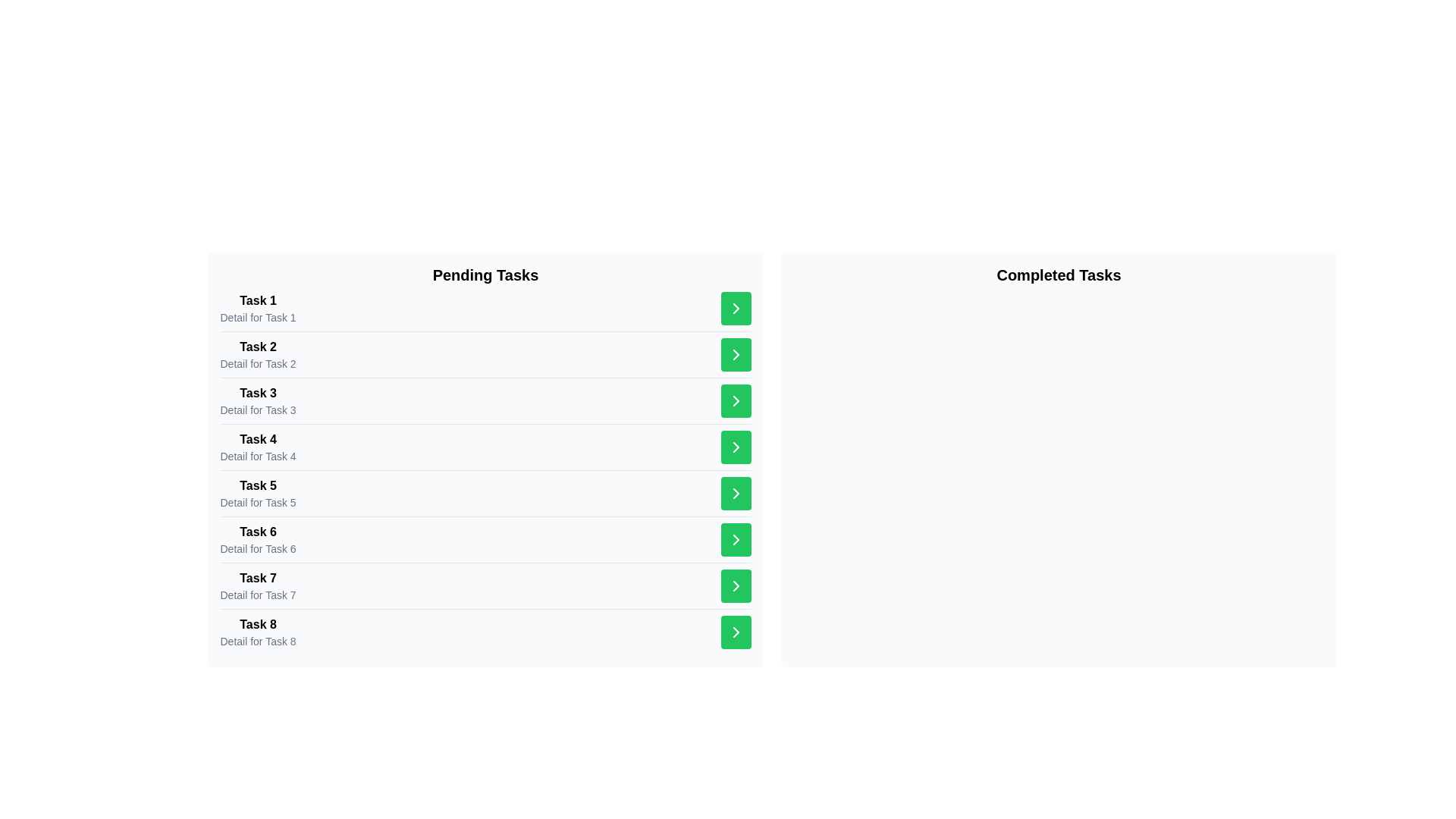 The width and height of the screenshot is (1456, 819). I want to click on the static text display component that presents information about 'Task 3', located in the 'Pending Tasks' column as the third item in the list, so click(258, 400).